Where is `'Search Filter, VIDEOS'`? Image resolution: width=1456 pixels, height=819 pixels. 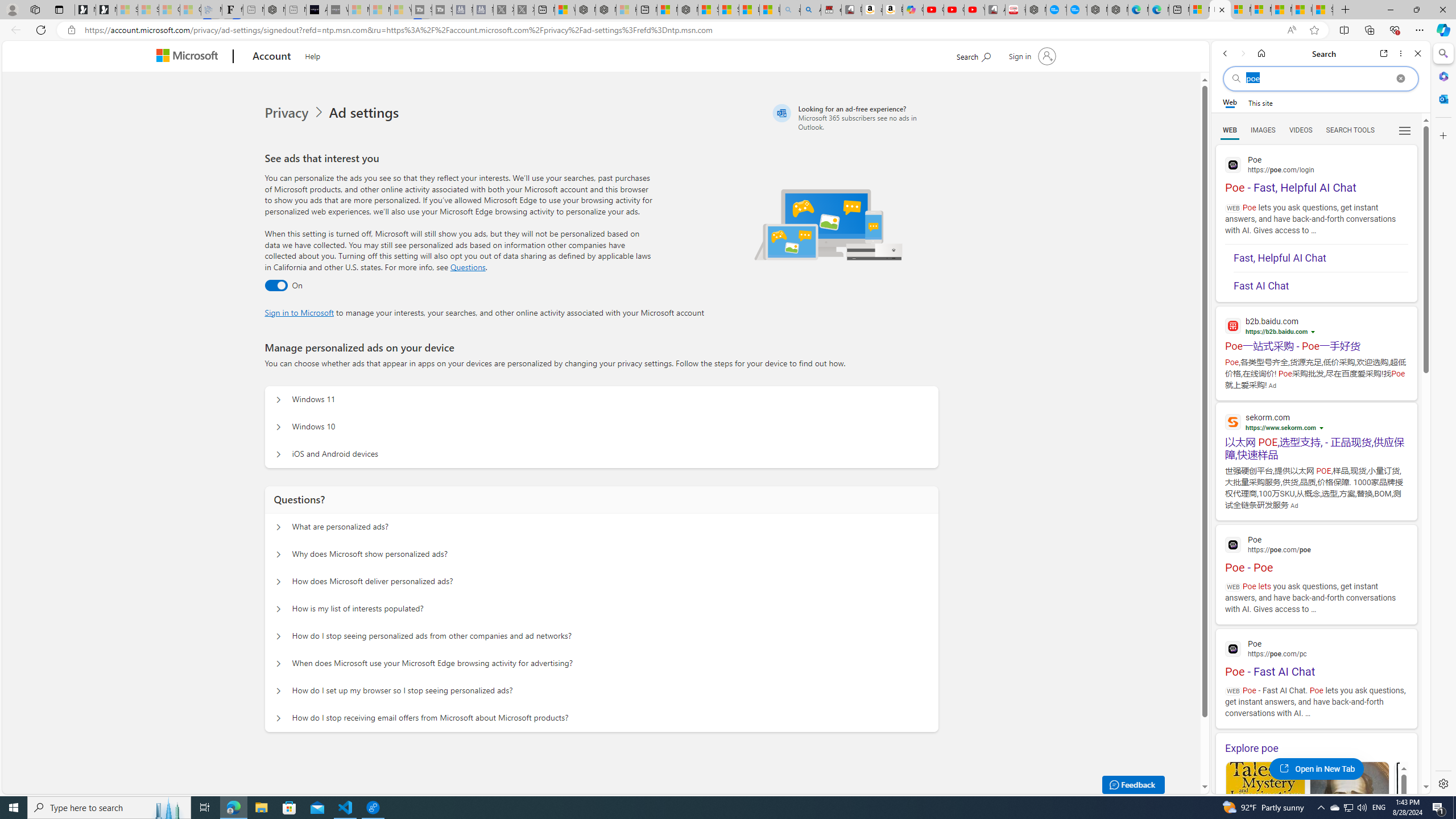 'Search Filter, VIDEOS' is located at coordinates (1300, 129).